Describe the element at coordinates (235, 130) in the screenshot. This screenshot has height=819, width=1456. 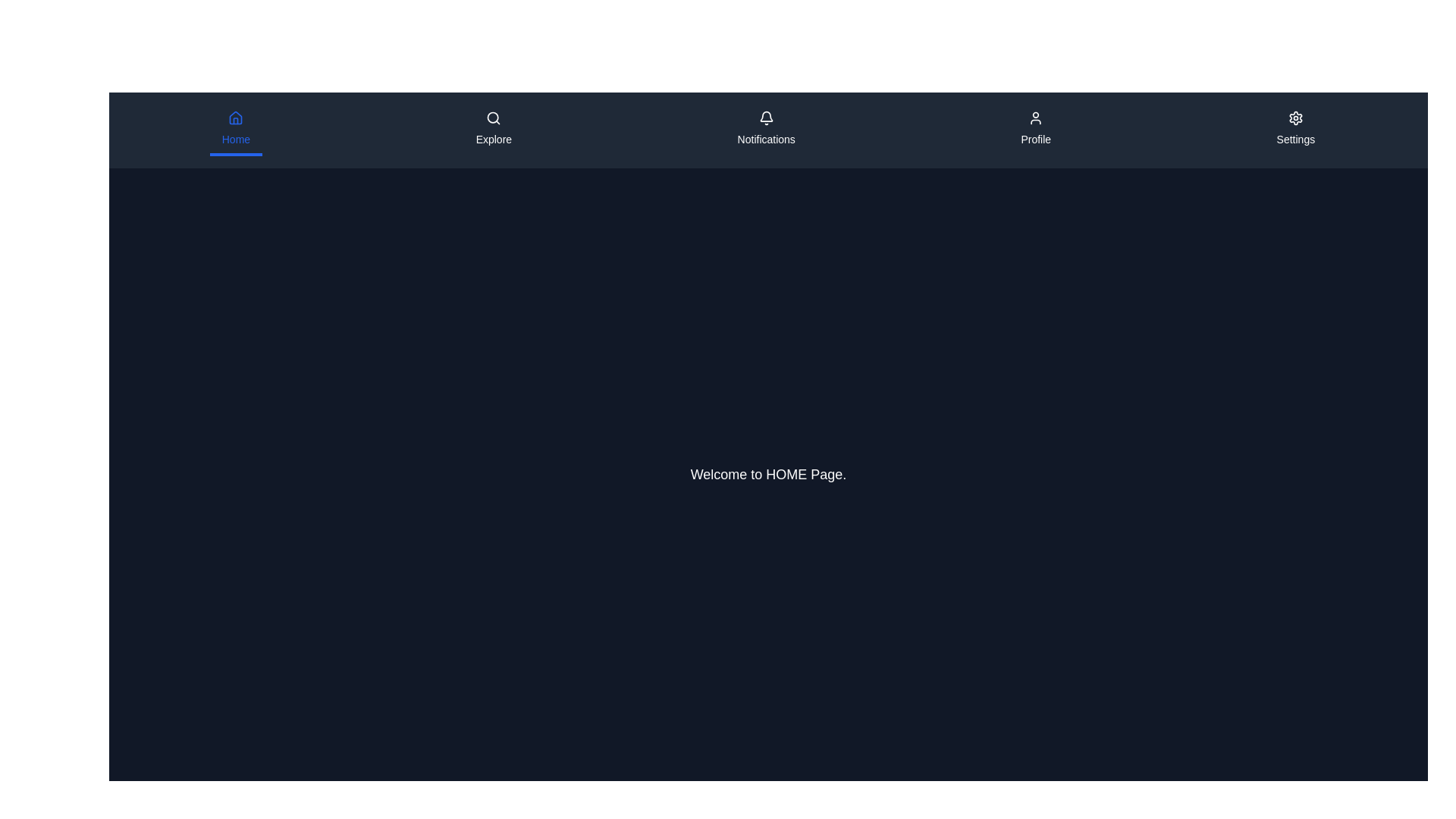
I see `the 'Home' menu item, which is represented by a house icon and labeled 'Home' in blue on a dark background` at that location.